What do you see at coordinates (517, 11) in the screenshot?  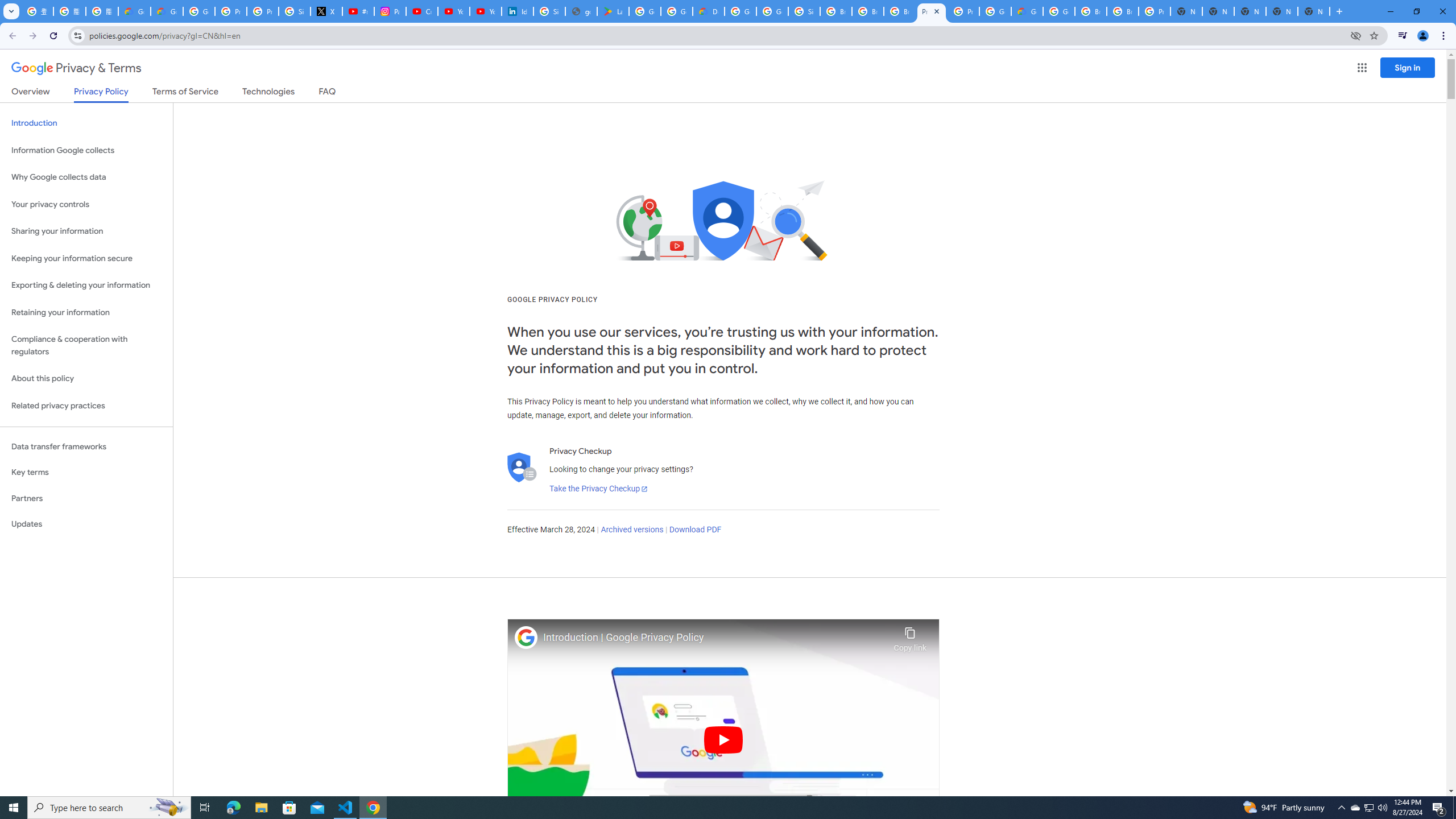 I see `'Identity verification via Persona | LinkedIn Help'` at bounding box center [517, 11].